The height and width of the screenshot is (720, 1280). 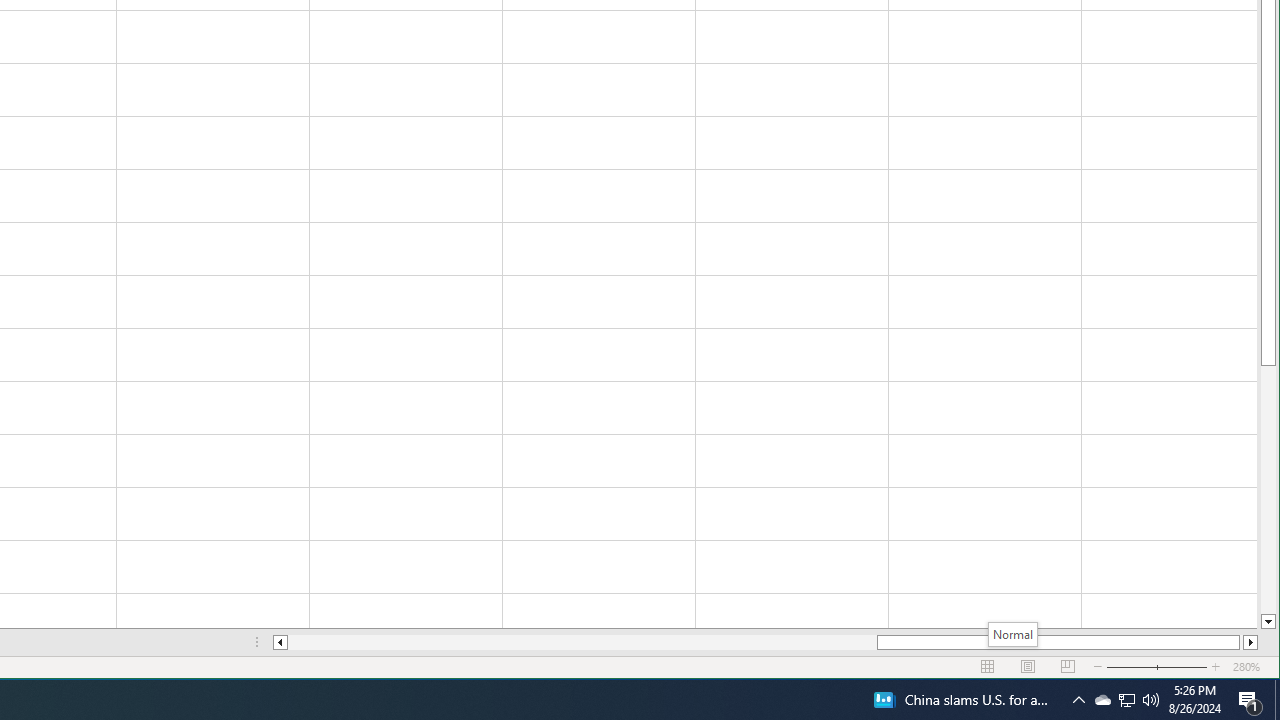 I want to click on 'Action Center, 1 new notification', so click(x=1276, y=698).